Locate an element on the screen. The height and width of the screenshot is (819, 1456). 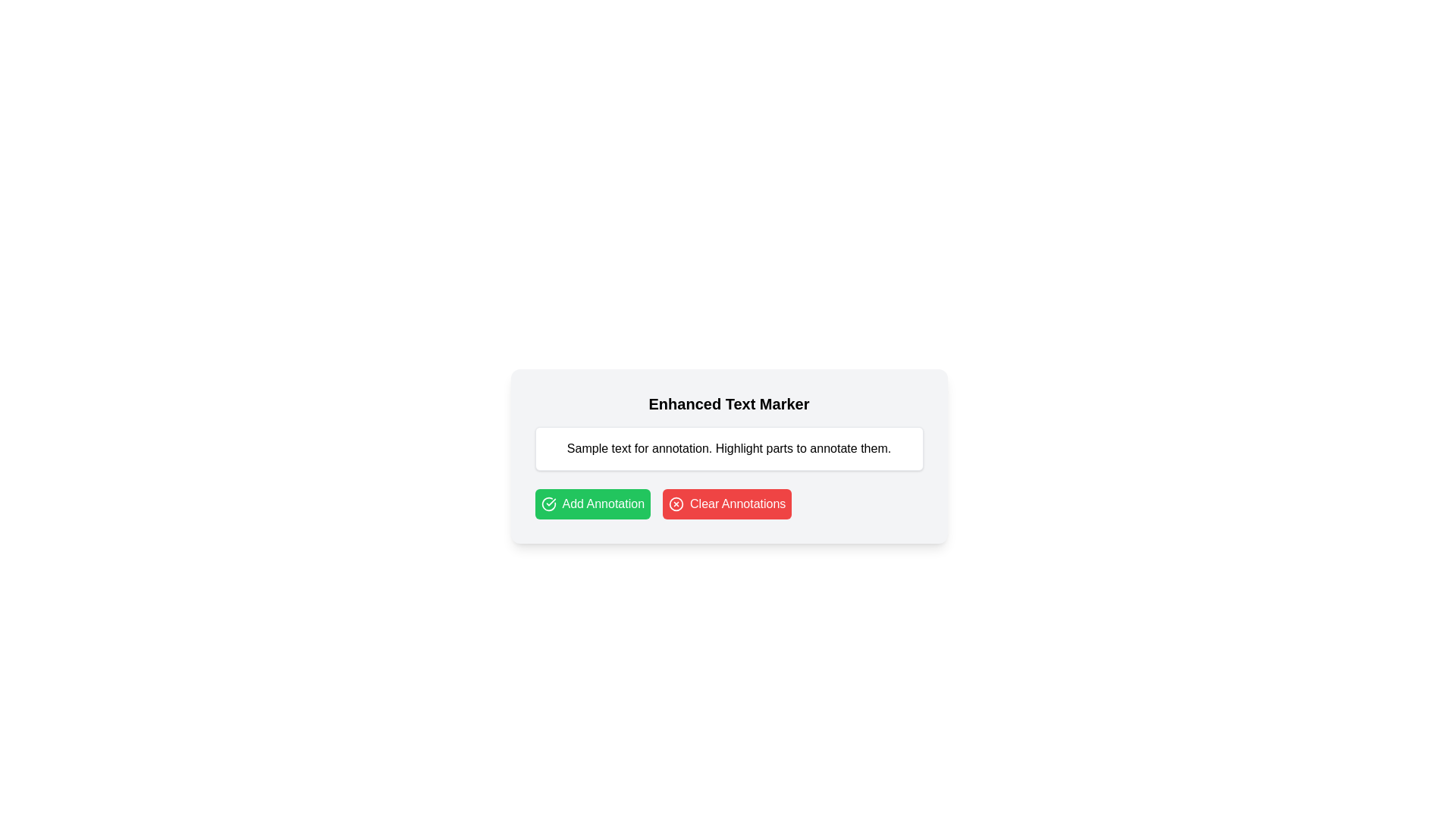
the lowercase letter 'l' in the input box containing the sample text 'Sample text for annotation. Highlight parts to annotate them.' is located at coordinates (599, 447).